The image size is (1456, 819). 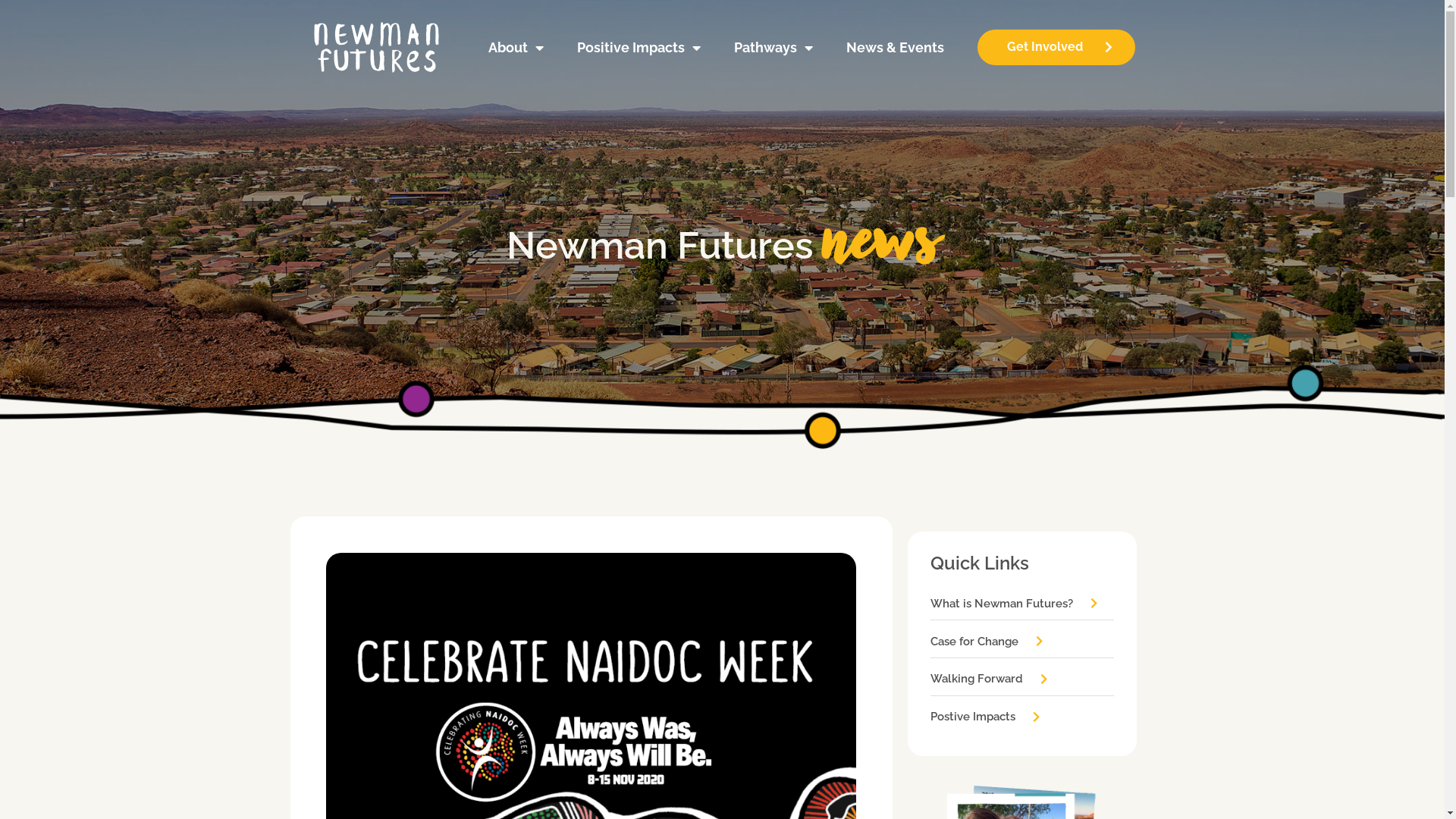 What do you see at coordinates (986, 717) in the screenshot?
I see `'Postive Impacts'` at bounding box center [986, 717].